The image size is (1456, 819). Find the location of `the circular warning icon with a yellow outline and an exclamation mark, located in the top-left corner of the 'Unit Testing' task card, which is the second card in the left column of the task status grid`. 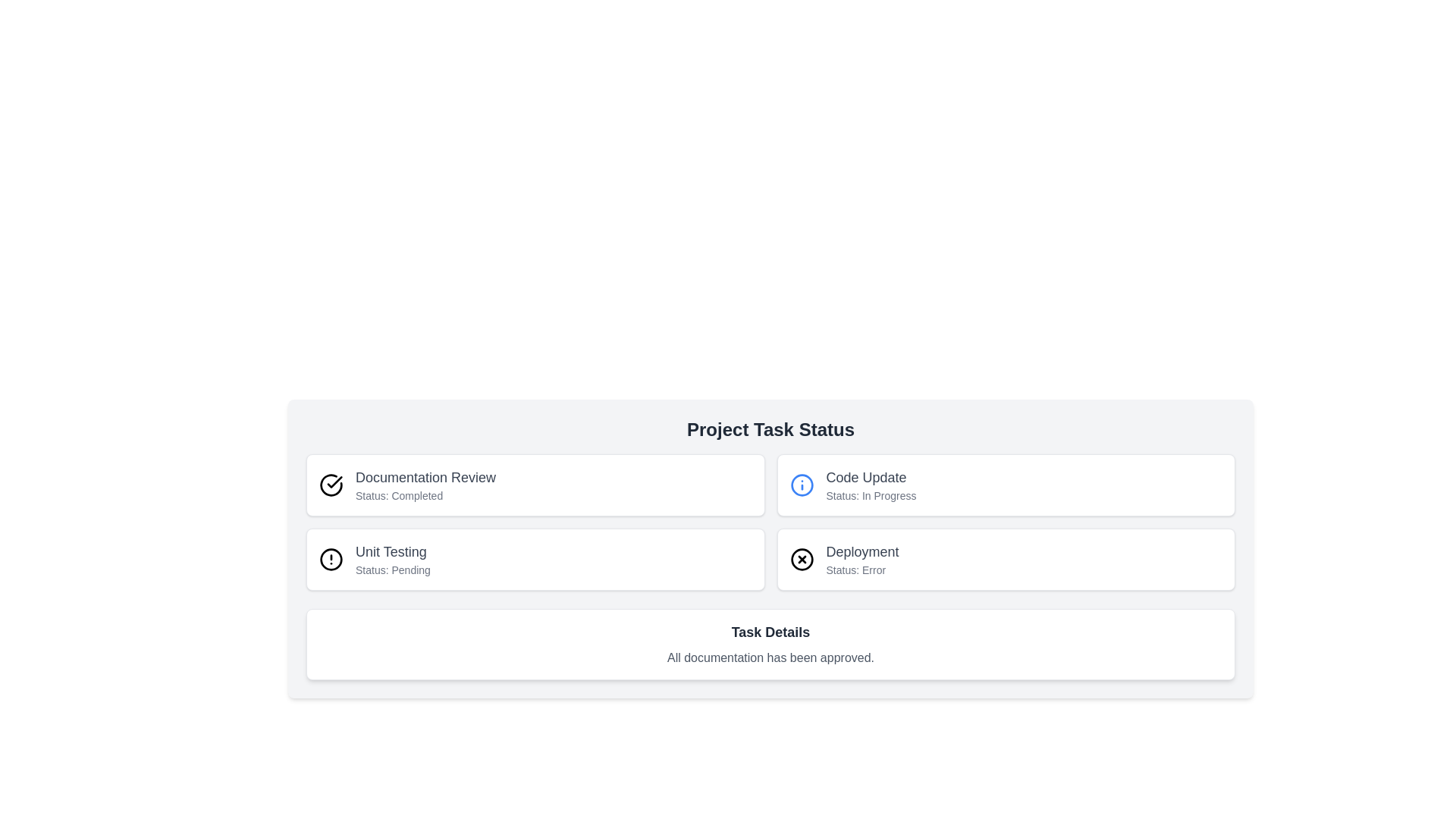

the circular warning icon with a yellow outline and an exclamation mark, located in the top-left corner of the 'Unit Testing' task card, which is the second card in the left column of the task status grid is located at coordinates (330, 559).